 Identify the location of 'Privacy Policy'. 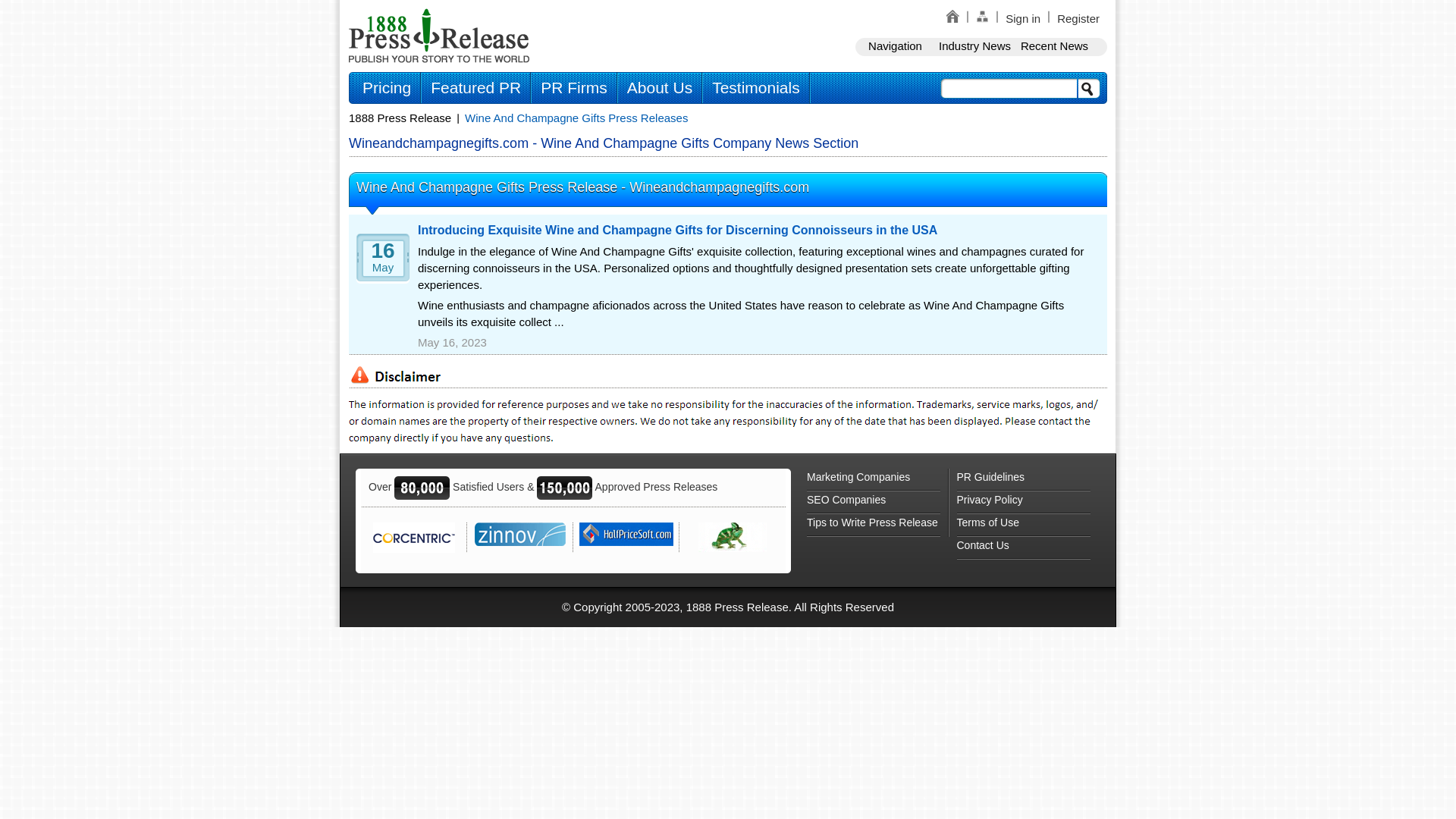
(1023, 503).